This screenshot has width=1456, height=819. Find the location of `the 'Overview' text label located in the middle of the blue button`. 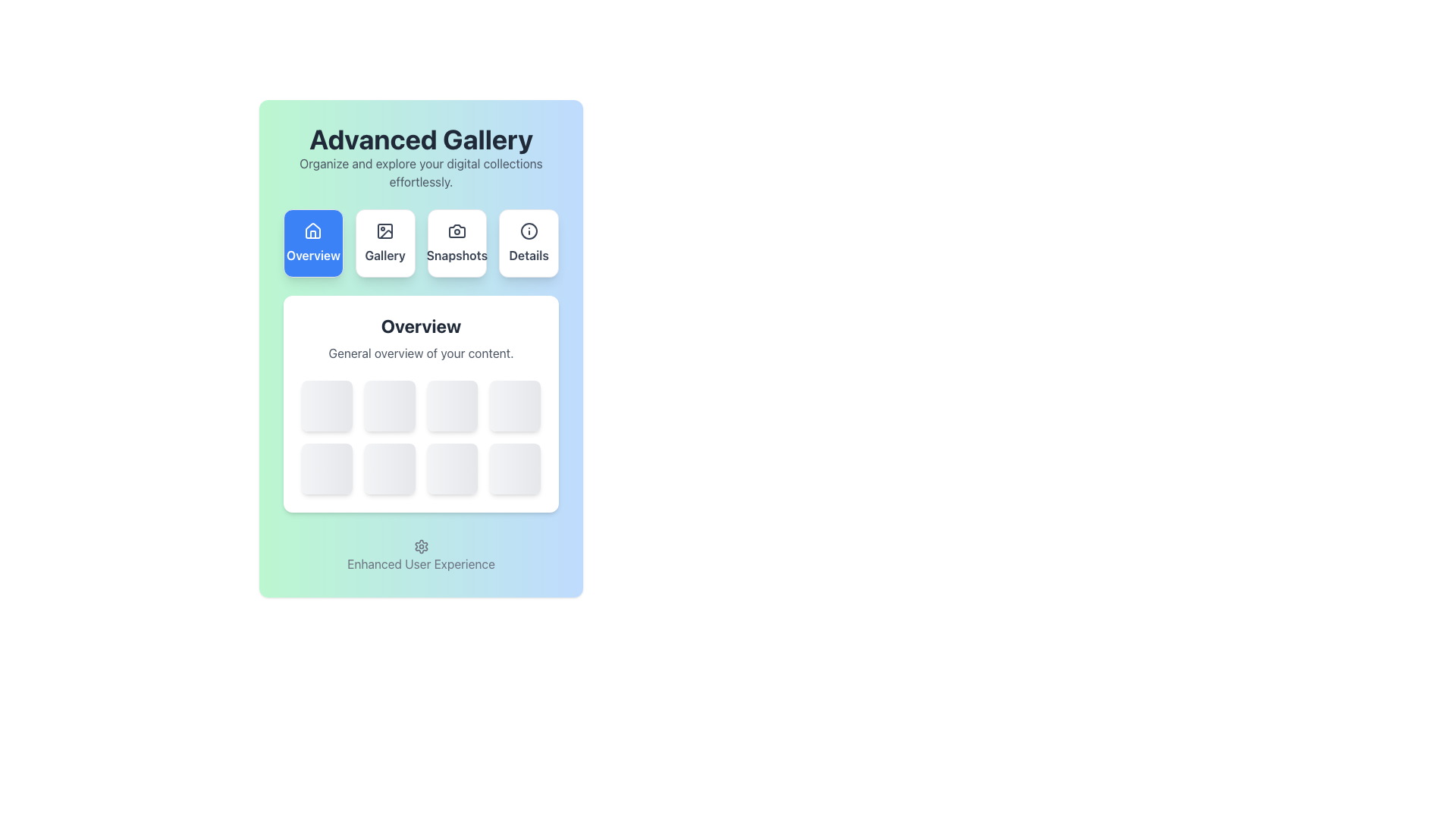

the 'Overview' text label located in the middle of the blue button is located at coordinates (312, 254).